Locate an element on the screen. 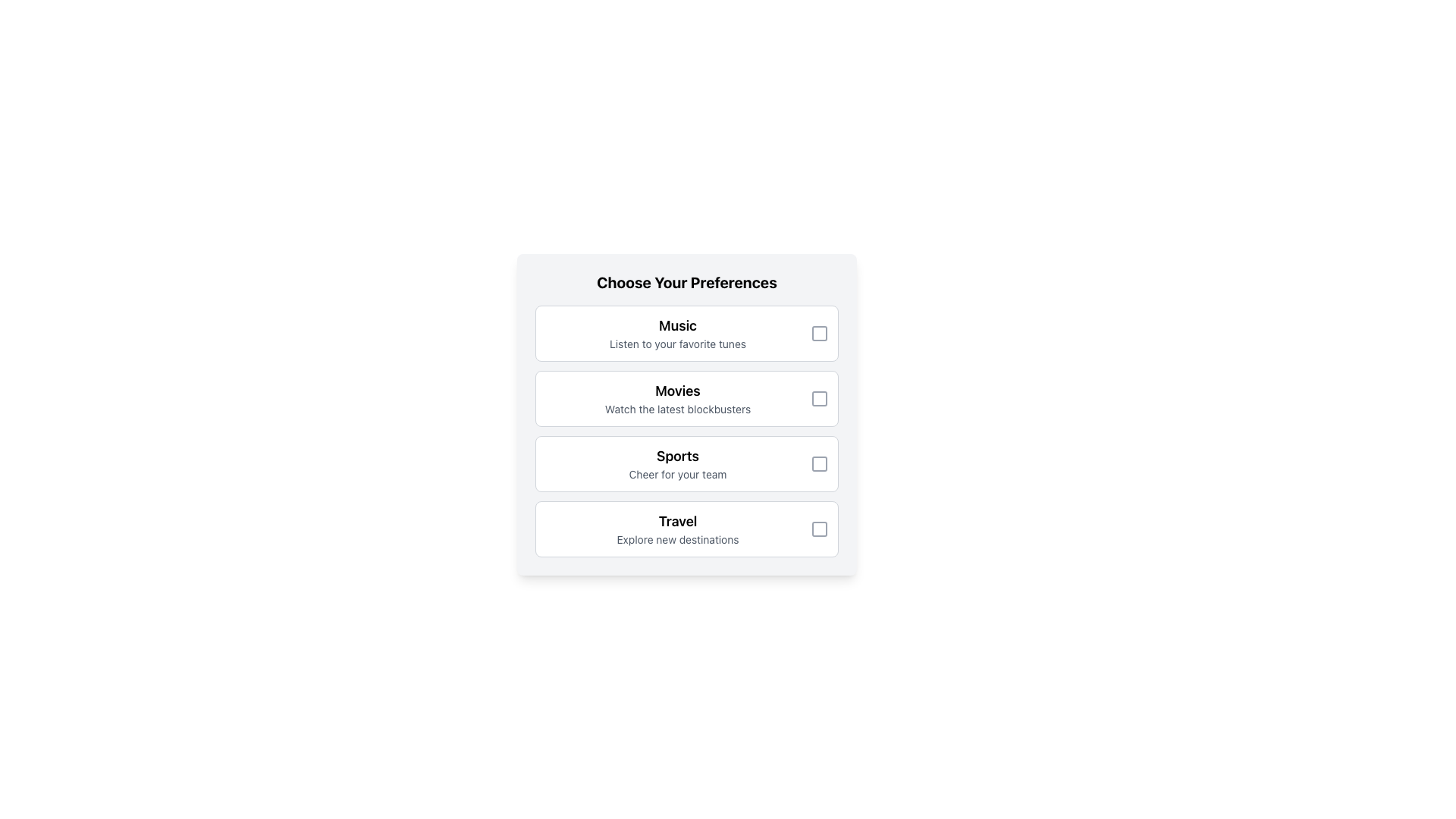  the checkbox located to the right of the text 'Explore new destinations' within the 'Travel' preference section is located at coordinates (818, 529).